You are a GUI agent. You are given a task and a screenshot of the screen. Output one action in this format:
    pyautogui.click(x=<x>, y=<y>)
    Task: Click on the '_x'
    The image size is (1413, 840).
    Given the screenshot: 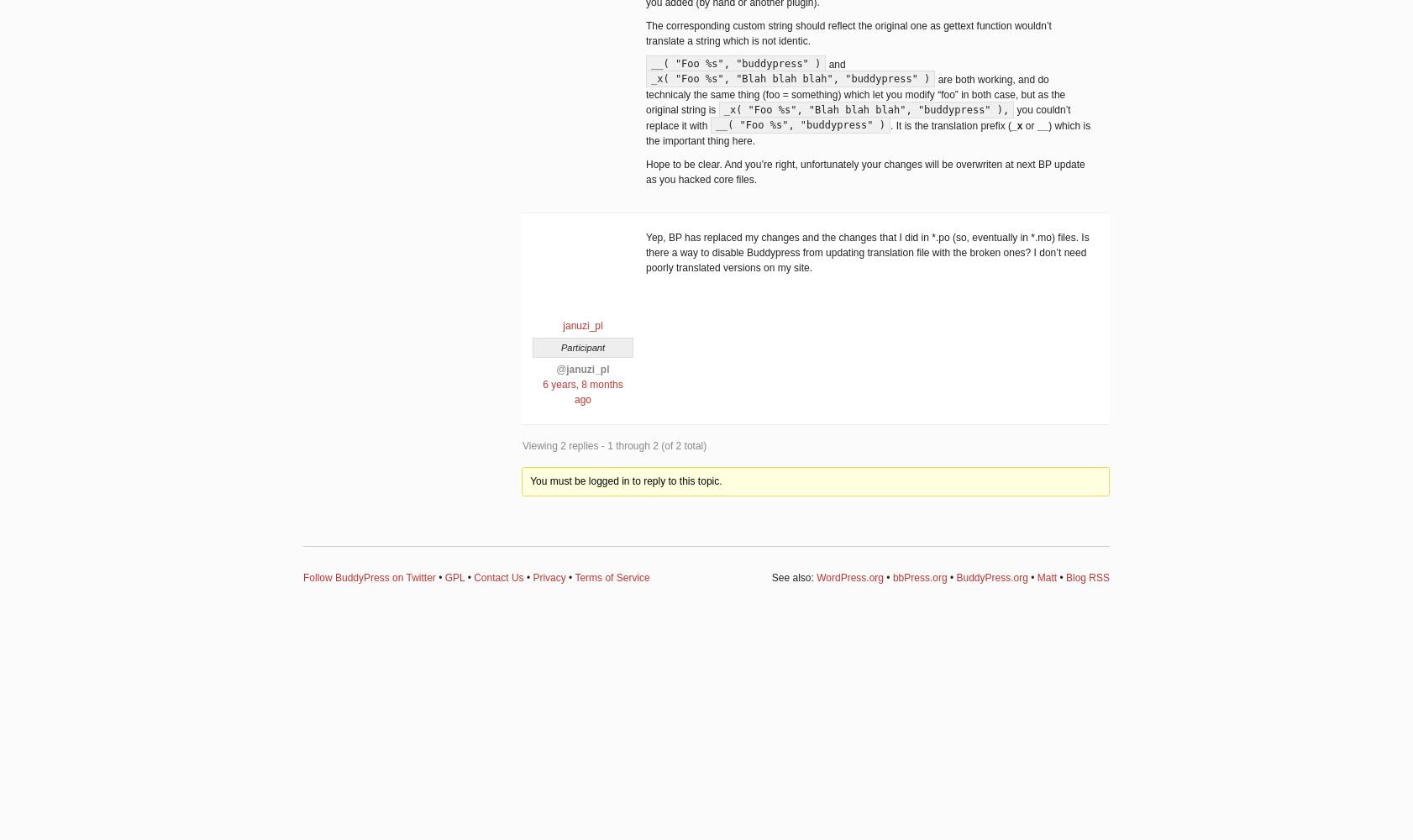 What is the action you would take?
    pyautogui.click(x=1016, y=125)
    